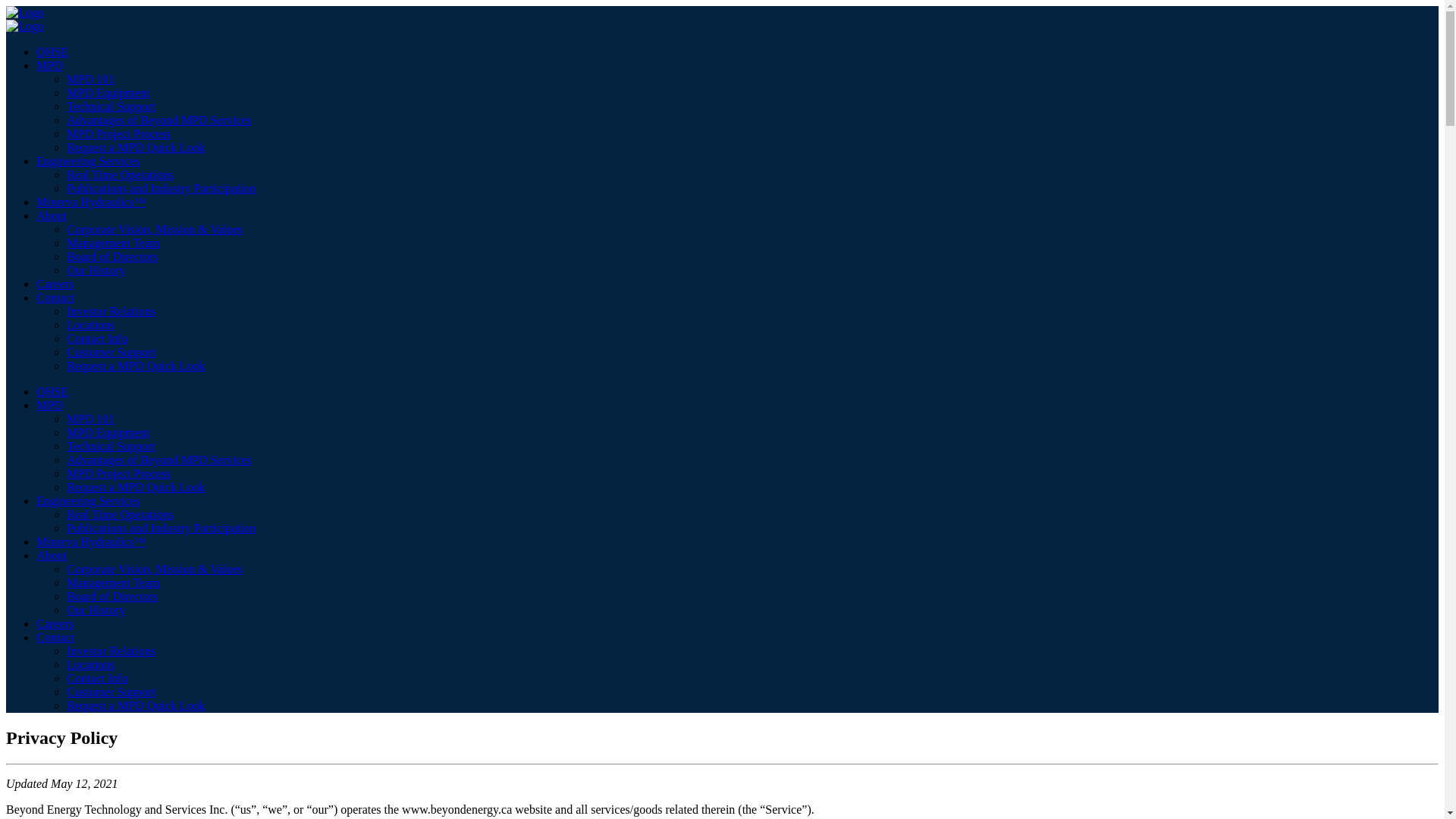 The width and height of the screenshot is (1456, 819). Describe the element at coordinates (36, 284) in the screenshot. I see `'Careers'` at that location.